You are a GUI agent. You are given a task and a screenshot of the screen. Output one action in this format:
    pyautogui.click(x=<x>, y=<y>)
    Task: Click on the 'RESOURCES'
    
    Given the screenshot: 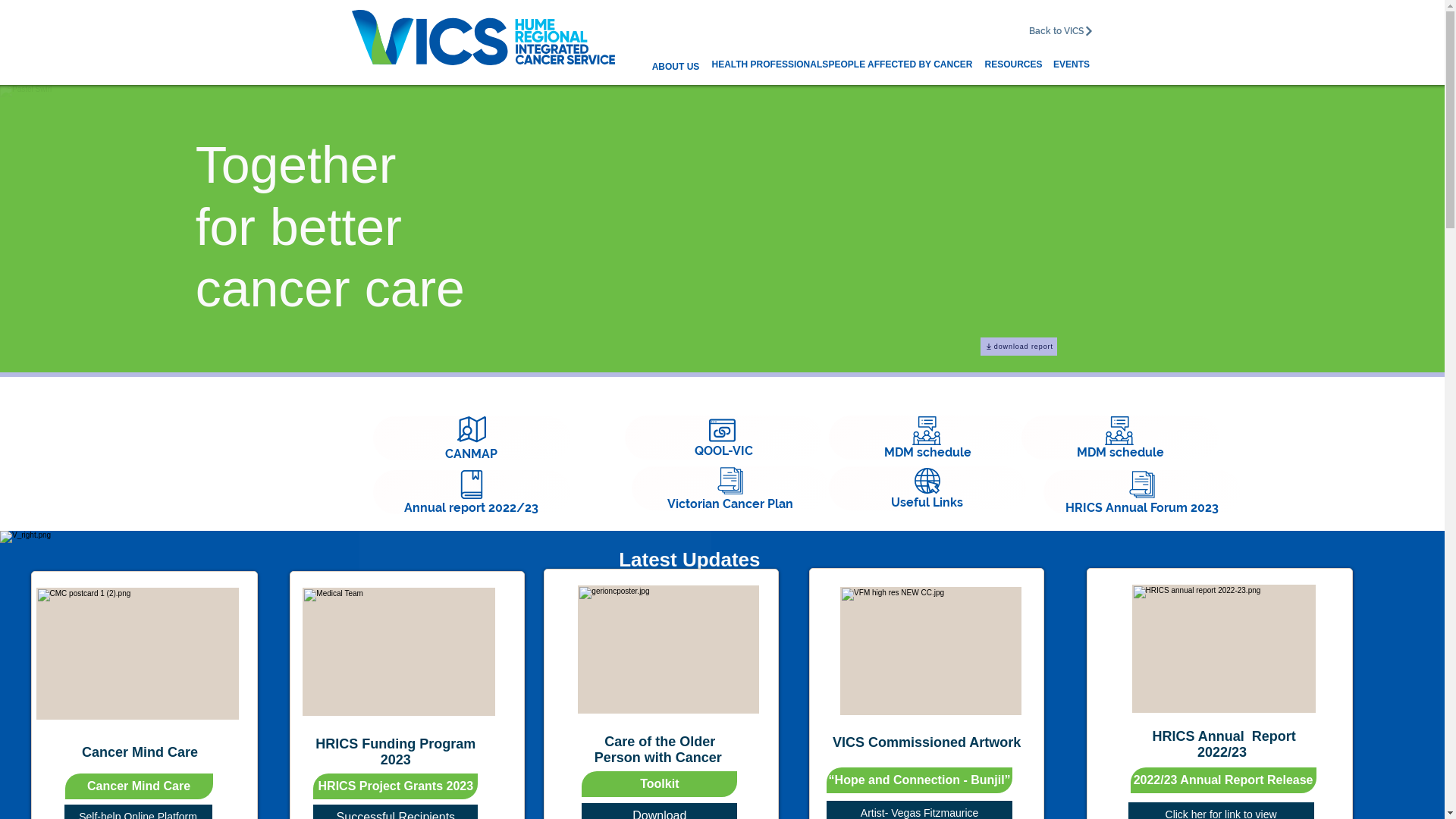 What is the action you would take?
    pyautogui.click(x=1012, y=64)
    